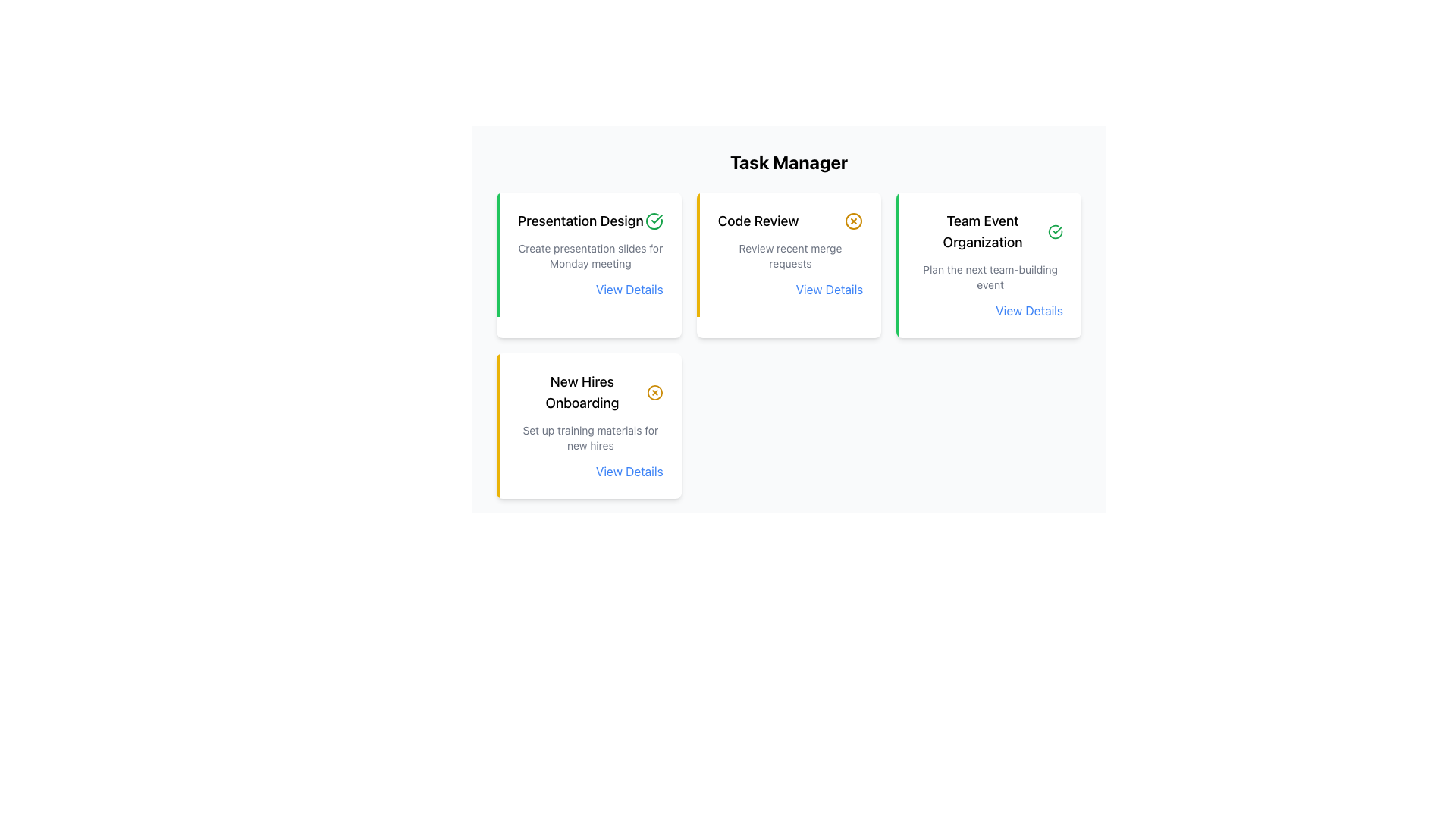  I want to click on the Text Label that serves as the title for its associated task card in the task management system, located between the 'Presentation Design' card and 'Team Event Organization', so click(758, 221).